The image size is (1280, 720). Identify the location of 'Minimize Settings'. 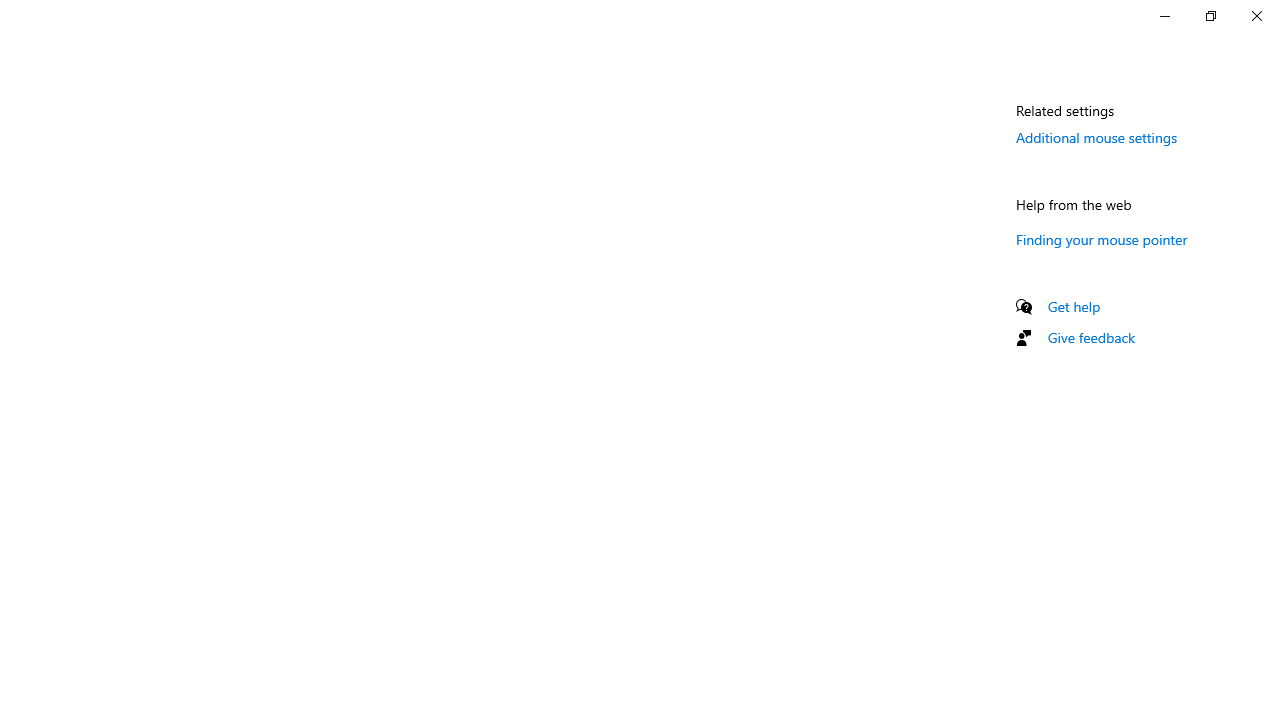
(1164, 15).